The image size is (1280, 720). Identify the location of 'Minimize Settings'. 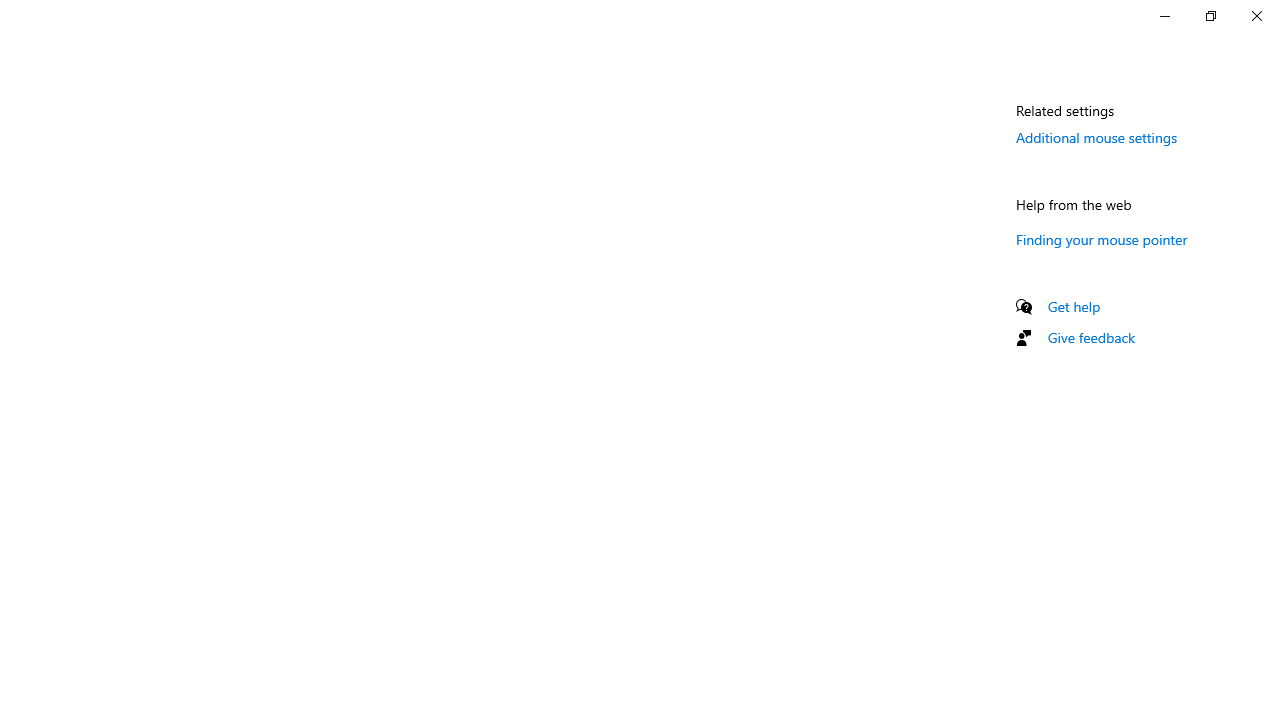
(1164, 15).